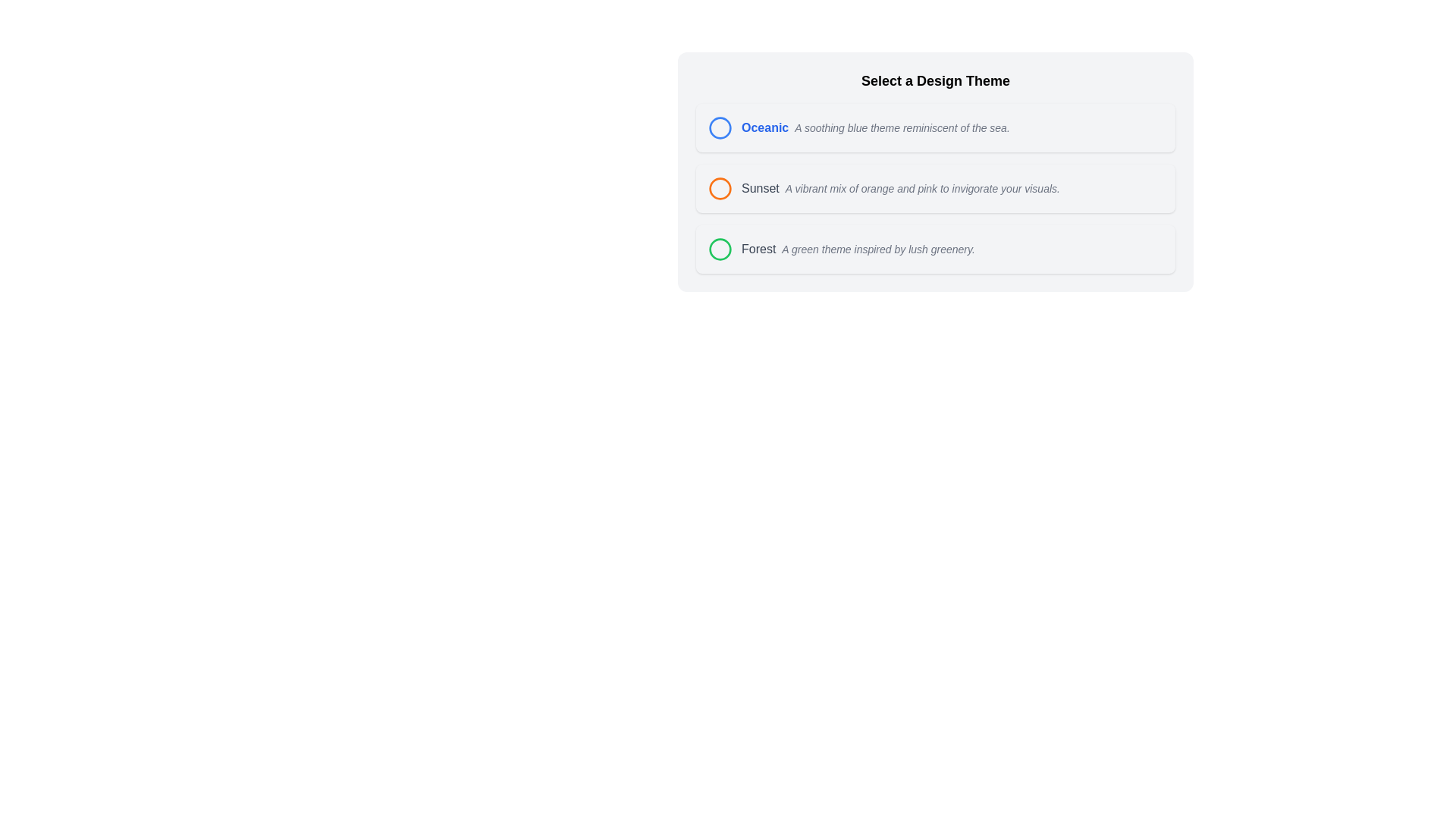 The width and height of the screenshot is (1456, 819). I want to click on the 'Oceanic' text label which indicates the design theme selection, located above the descriptive text and next to a blue circular radio button, so click(765, 127).